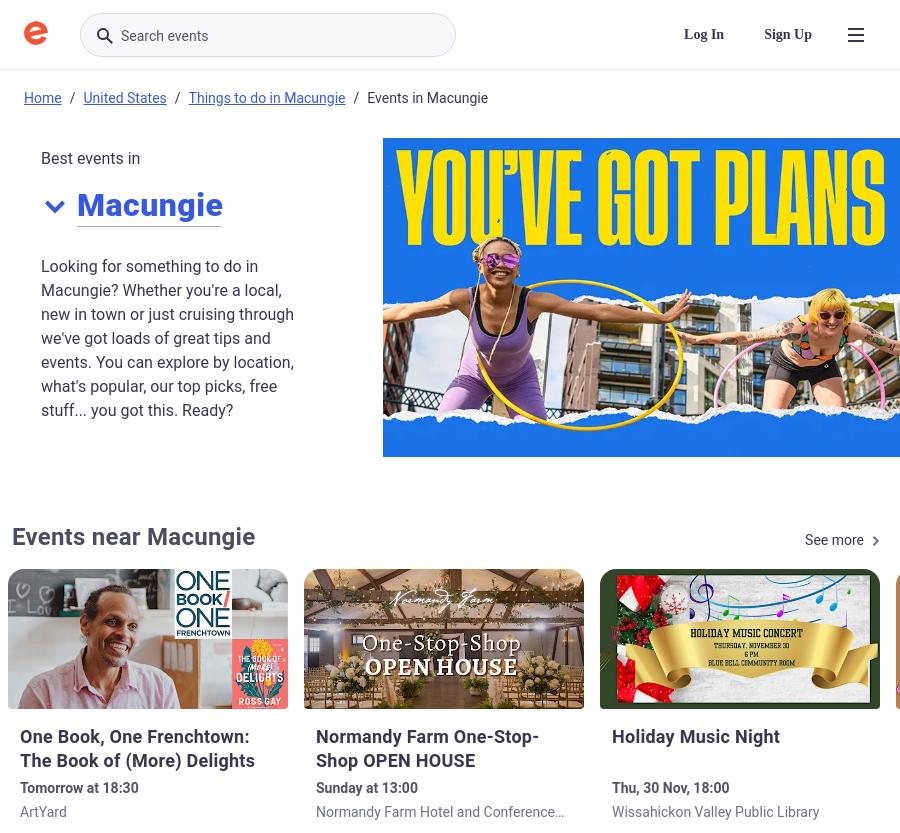 The image size is (900, 833). Describe the element at coordinates (78, 787) in the screenshot. I see `'Tomorrow at 18:30'` at that location.